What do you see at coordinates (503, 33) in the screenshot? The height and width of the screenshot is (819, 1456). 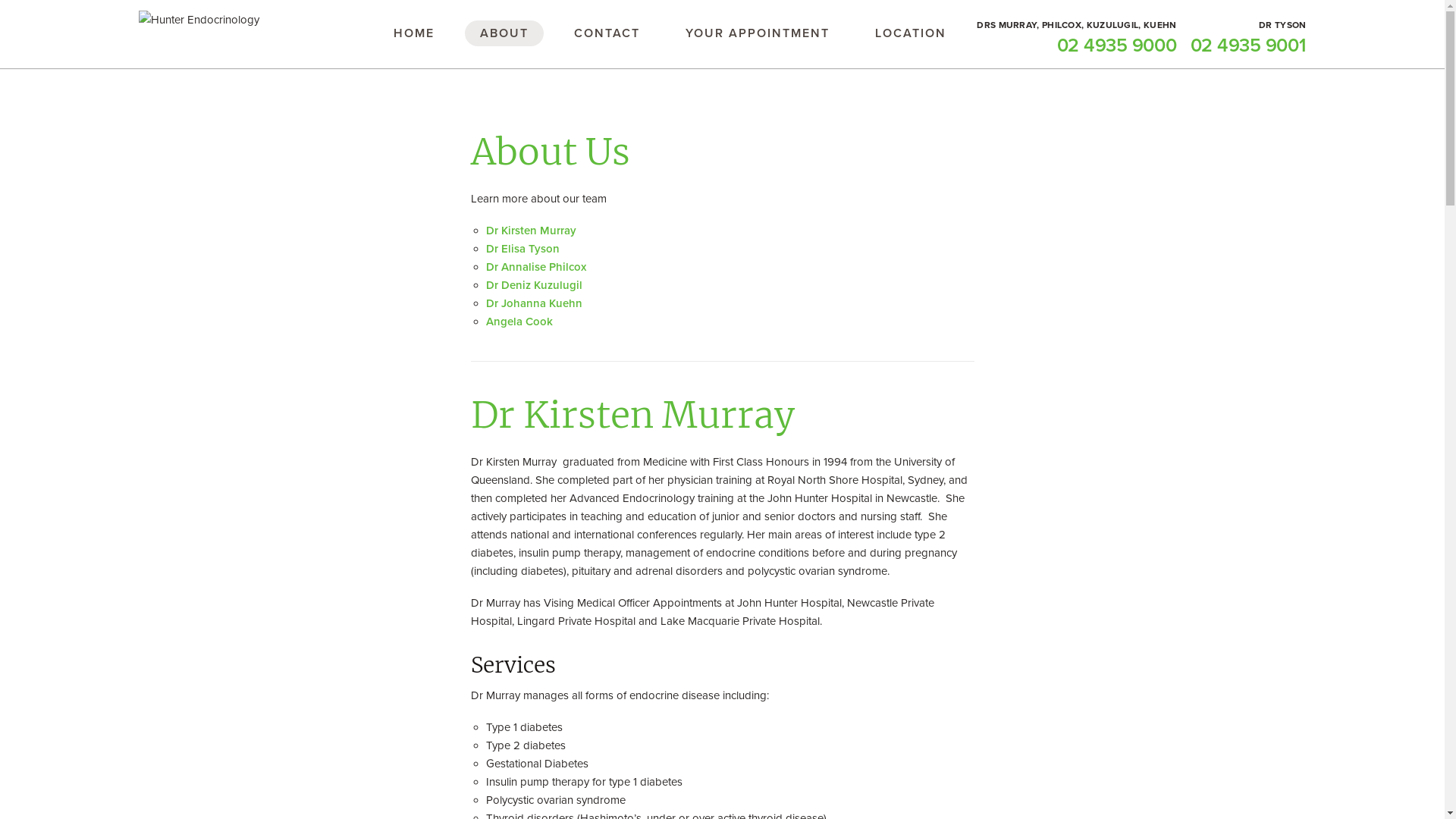 I see `'ABOUT'` at bounding box center [503, 33].